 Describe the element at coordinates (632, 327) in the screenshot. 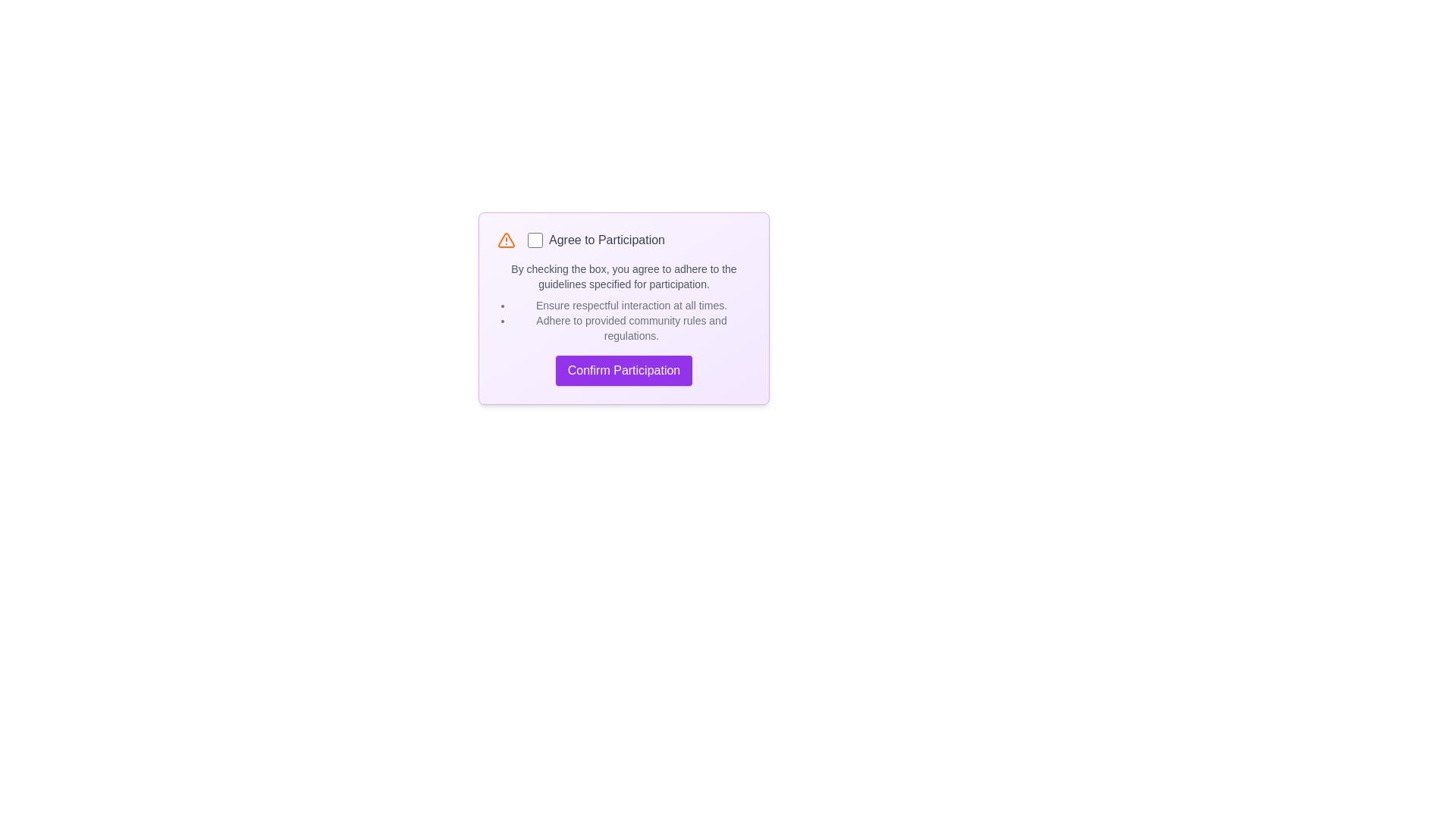

I see `the text label that communicates important rules or guidelines for participation, which is the second item in a bulleted list below the agreement checkbox` at that location.